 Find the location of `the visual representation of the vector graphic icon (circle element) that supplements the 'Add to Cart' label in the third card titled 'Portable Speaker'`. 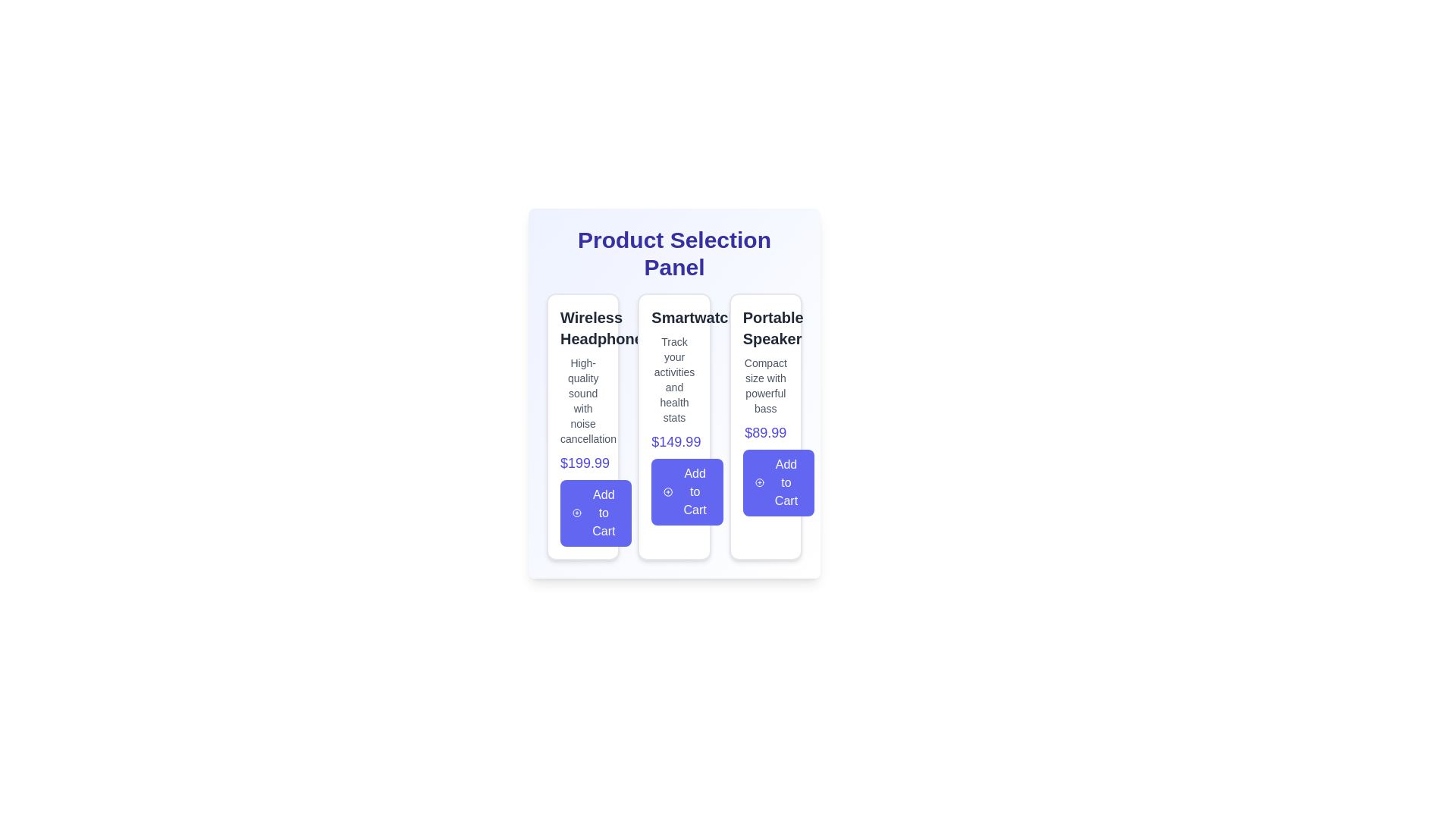

the visual representation of the vector graphic icon (circle element) that supplements the 'Add to Cart' label in the third card titled 'Portable Speaker' is located at coordinates (759, 482).